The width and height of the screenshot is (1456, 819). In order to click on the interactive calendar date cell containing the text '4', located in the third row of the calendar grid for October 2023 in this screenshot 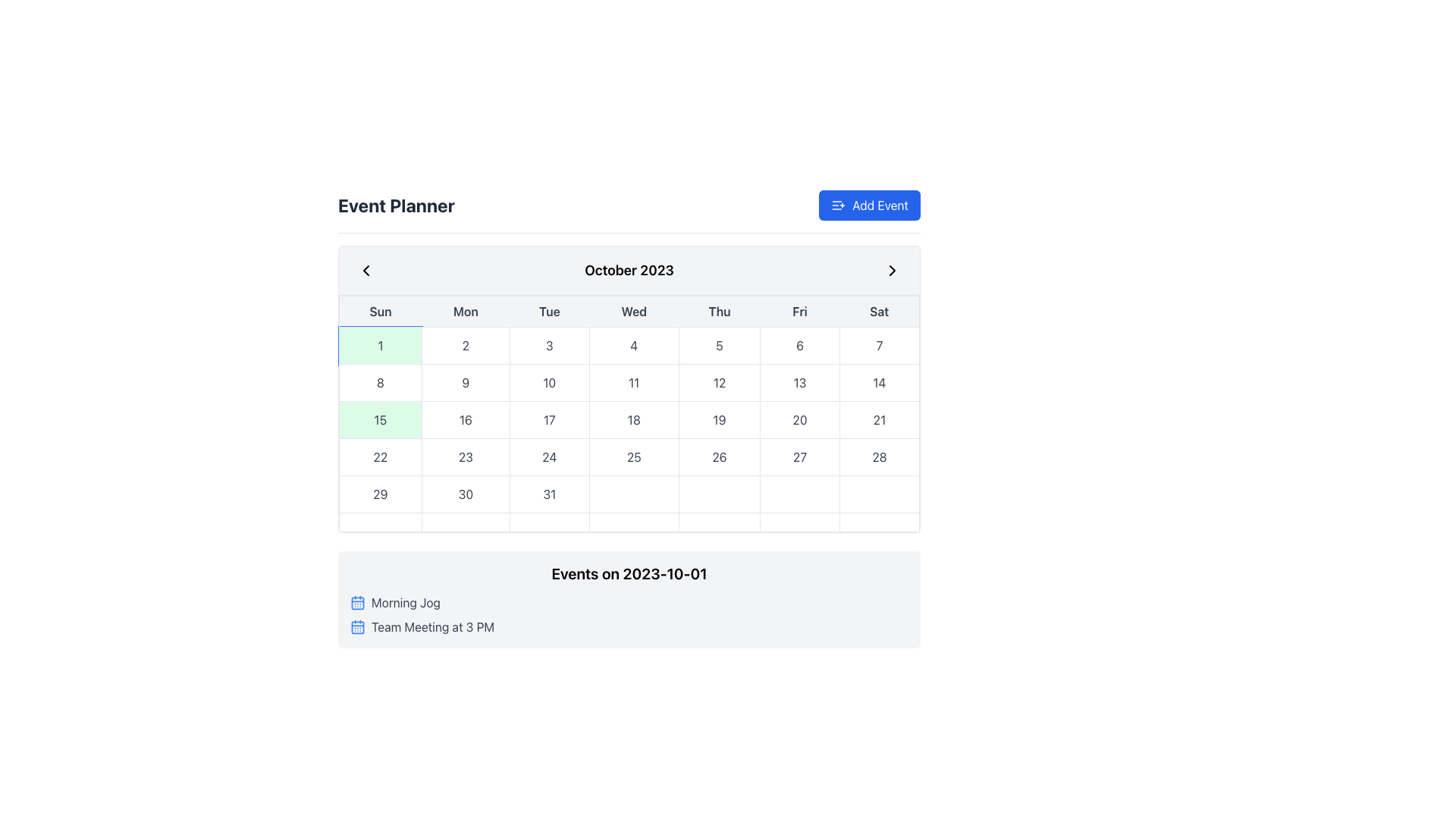, I will do `click(634, 345)`.